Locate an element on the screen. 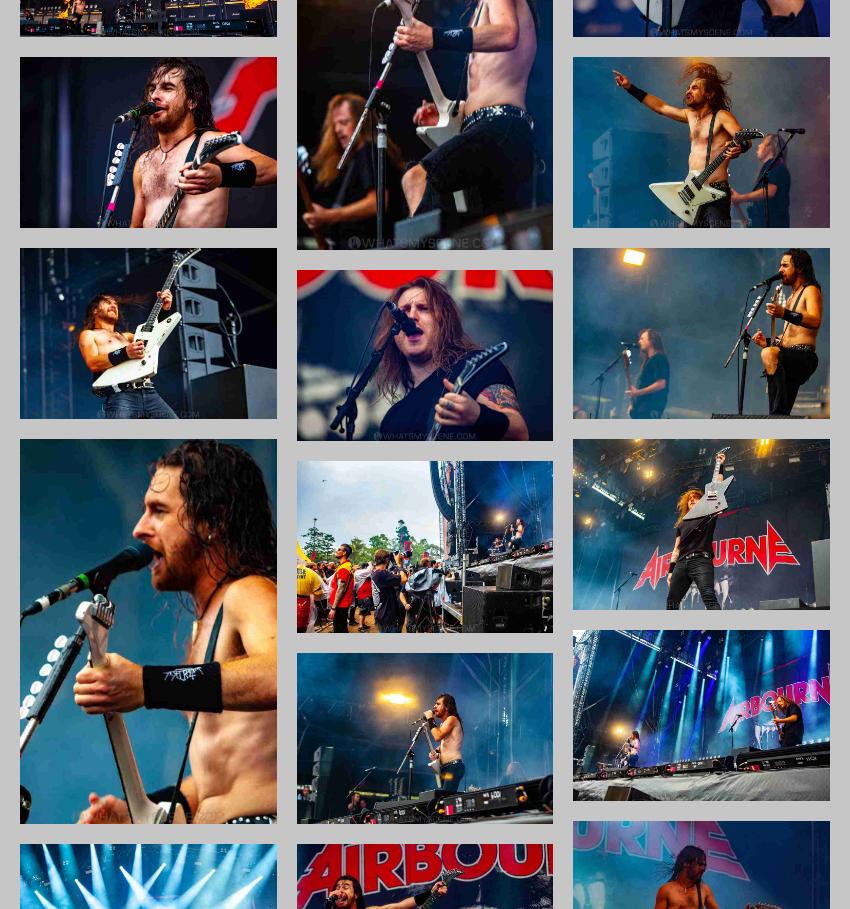 The height and width of the screenshot is (909, 850). 'May 2021' is located at coordinates (634, 479).